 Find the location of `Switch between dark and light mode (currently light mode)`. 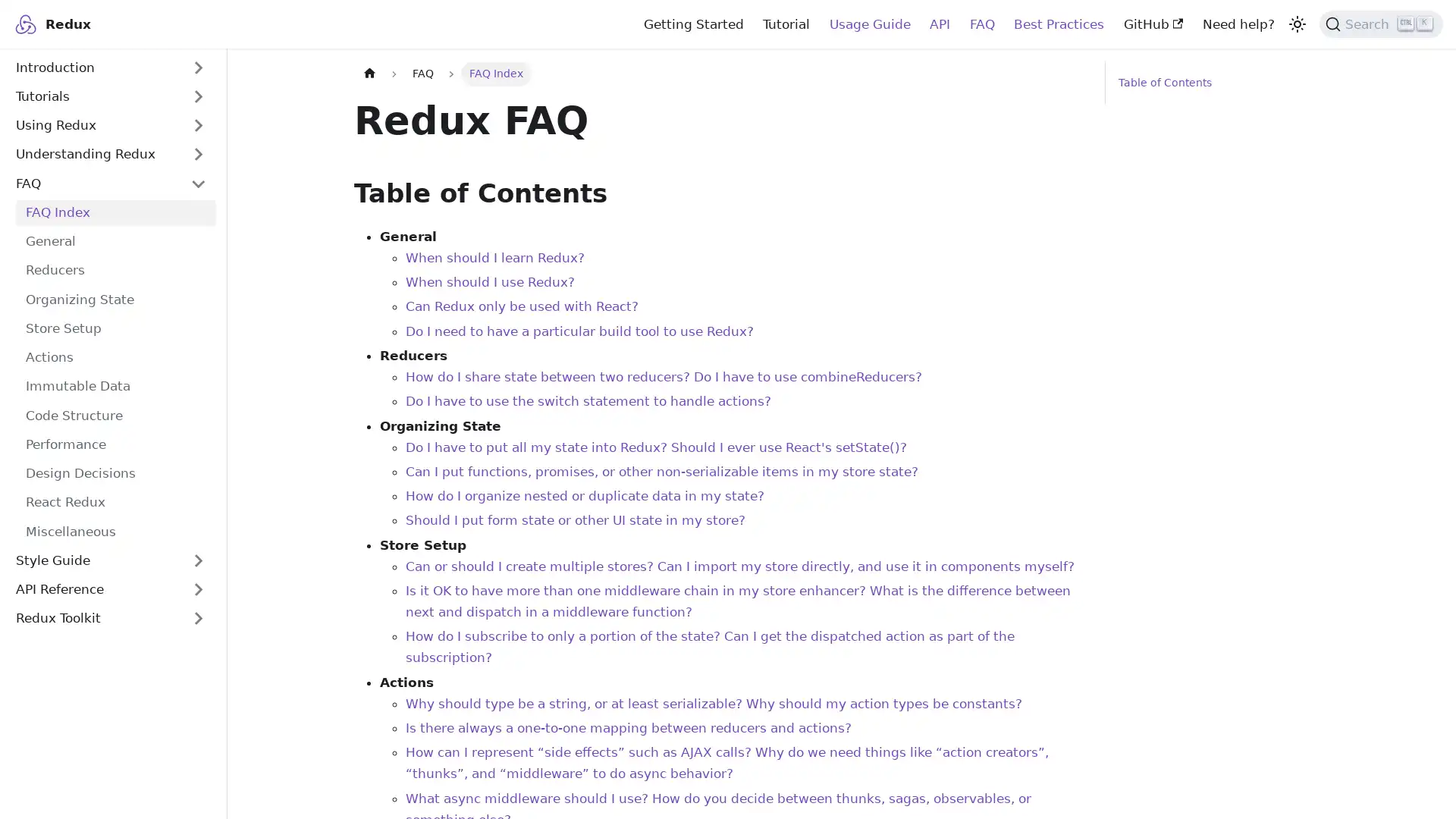

Switch between dark and light mode (currently light mode) is located at coordinates (1295, 23).